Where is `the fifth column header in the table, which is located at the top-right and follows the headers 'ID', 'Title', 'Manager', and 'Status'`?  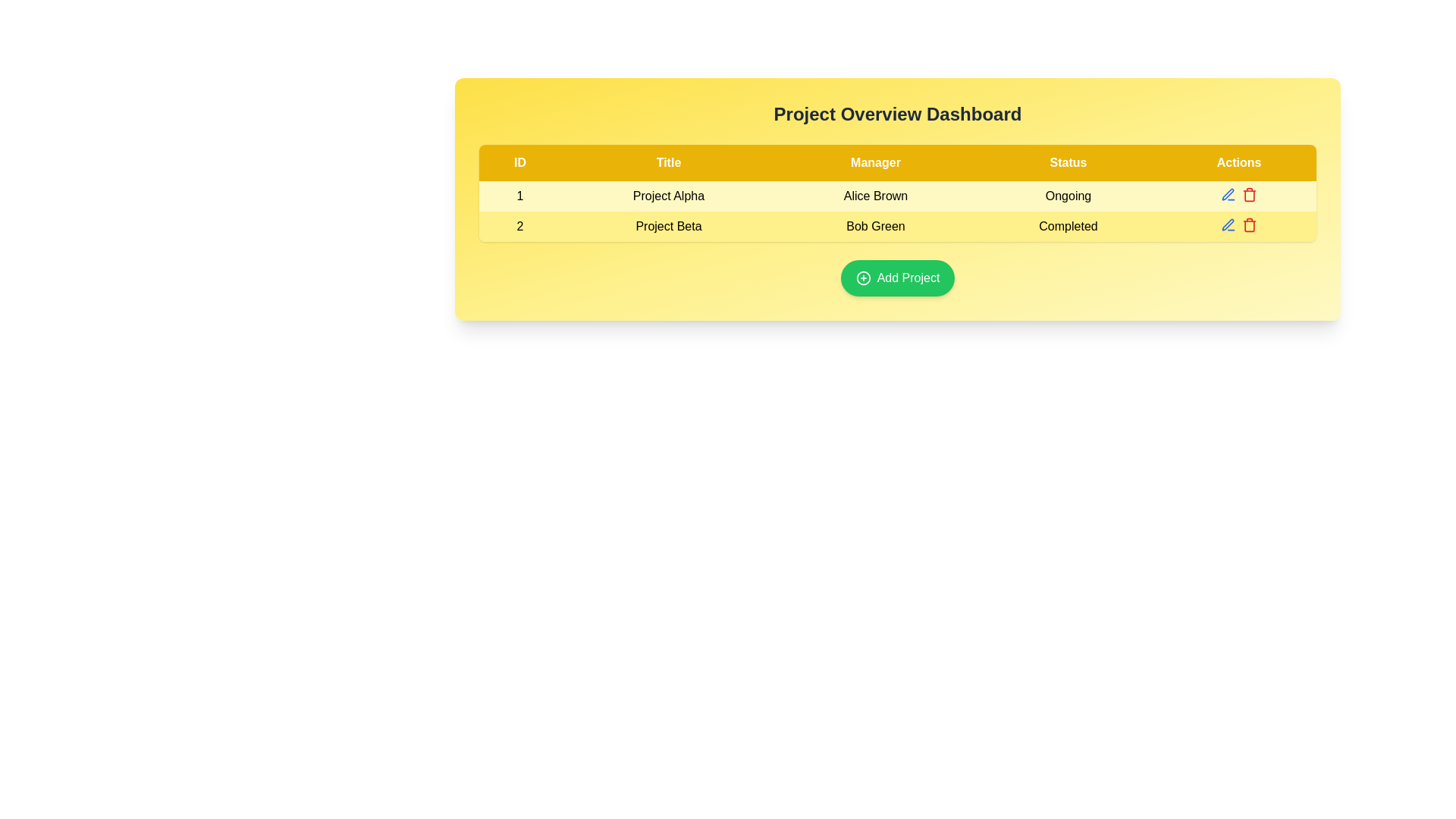 the fifth column header in the table, which is located at the top-right and follows the headers 'ID', 'Title', 'Manager', and 'Status' is located at coordinates (1238, 163).